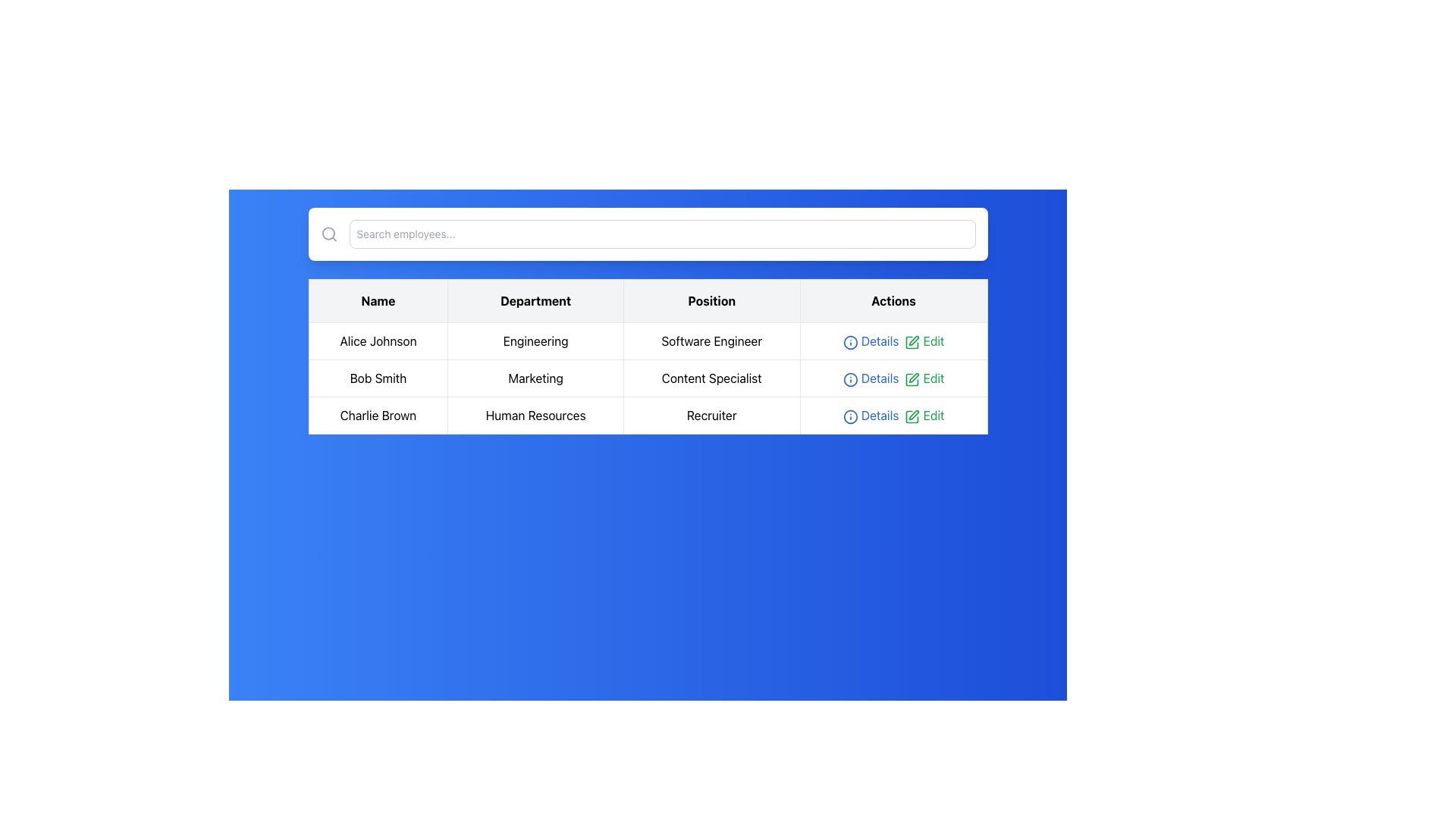 This screenshot has width=1456, height=819. I want to click on the table cell representing the department name of 'Charlie Brown' located in the second column under the 'Department' heading, so click(535, 415).